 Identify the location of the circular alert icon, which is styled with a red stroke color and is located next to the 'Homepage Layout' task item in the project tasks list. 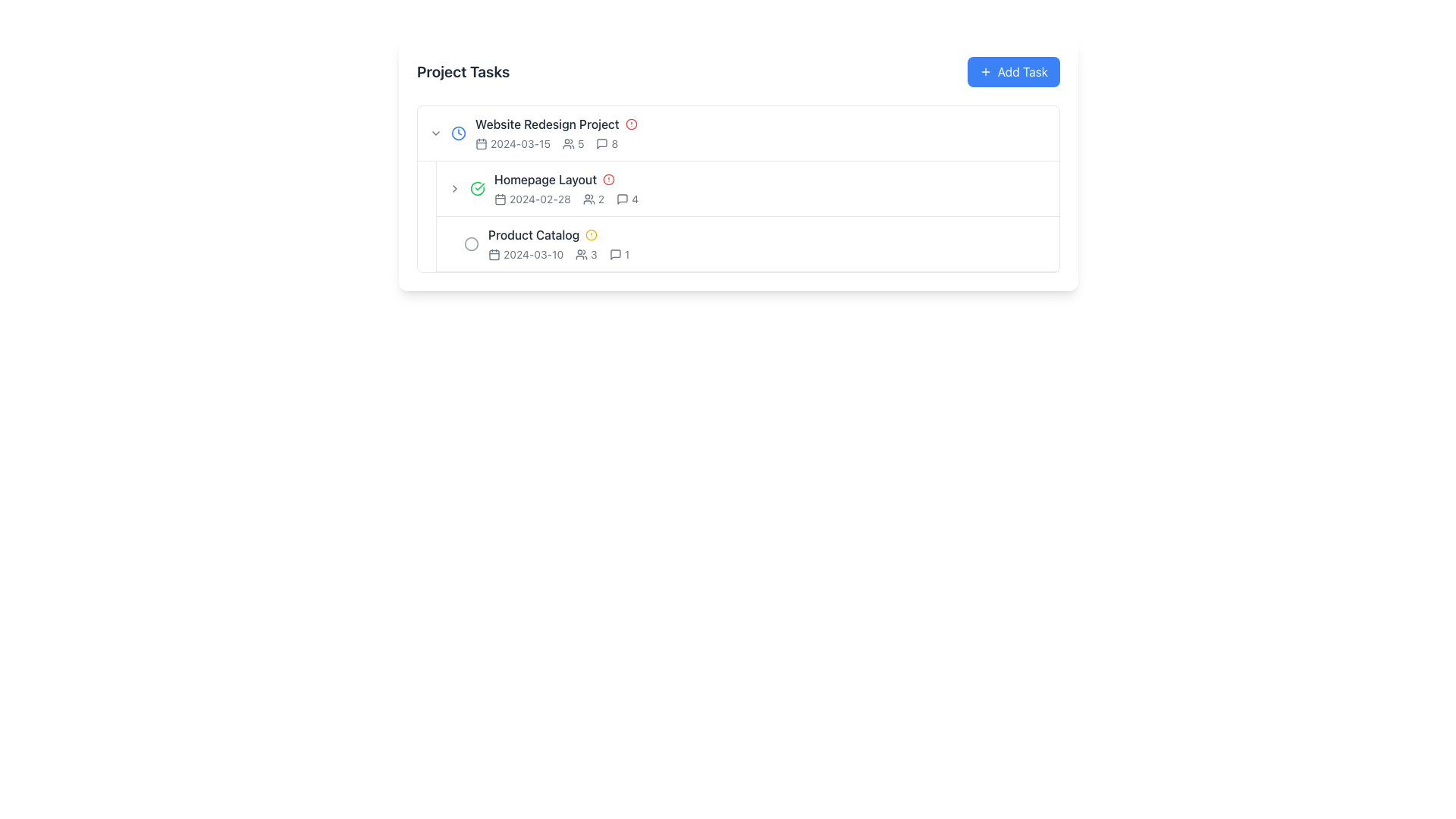
(609, 178).